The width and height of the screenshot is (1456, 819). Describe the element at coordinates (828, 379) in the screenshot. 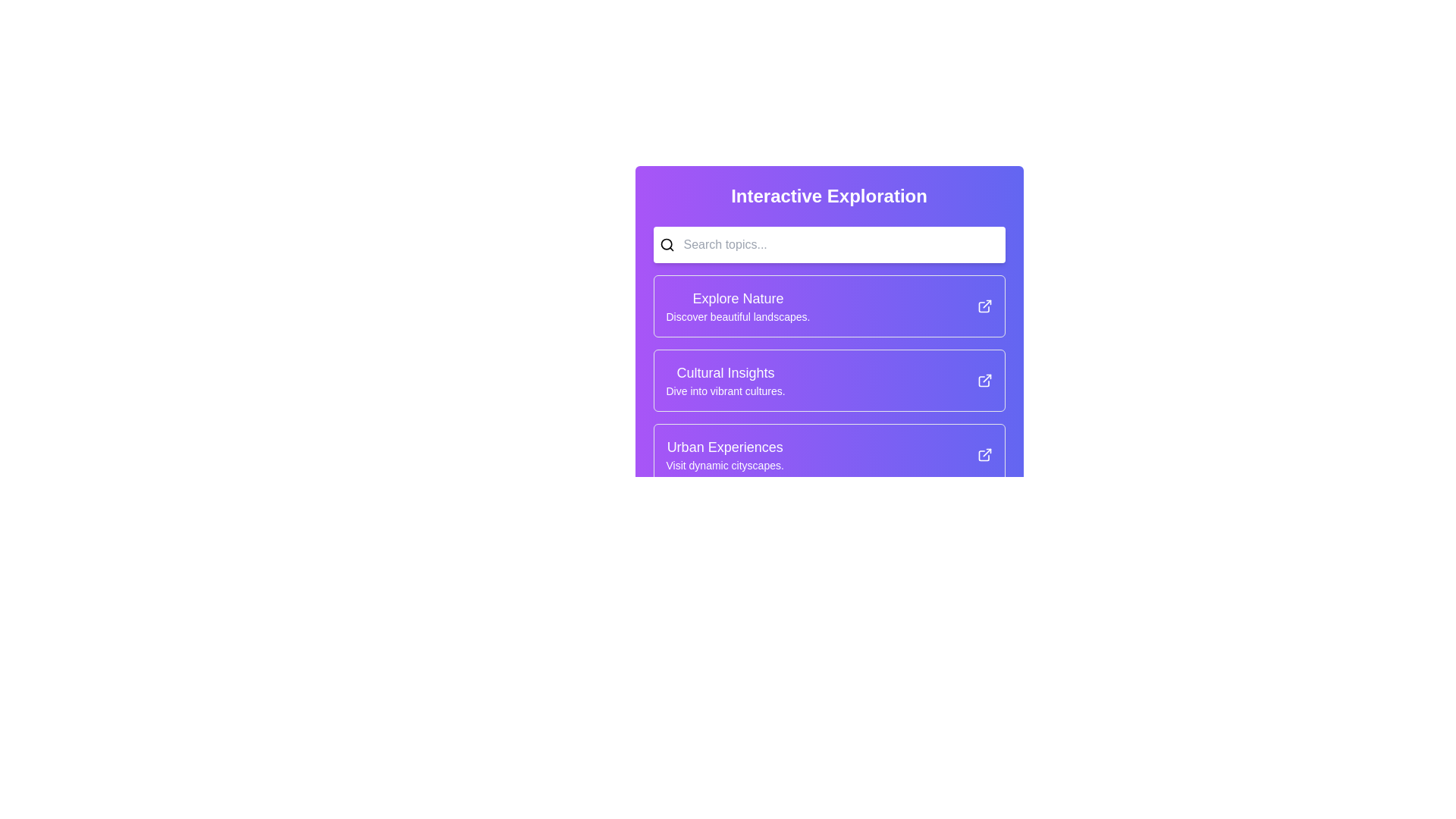

I see `the Interactive link component located at the center of the second card in a vertical list of options` at that location.